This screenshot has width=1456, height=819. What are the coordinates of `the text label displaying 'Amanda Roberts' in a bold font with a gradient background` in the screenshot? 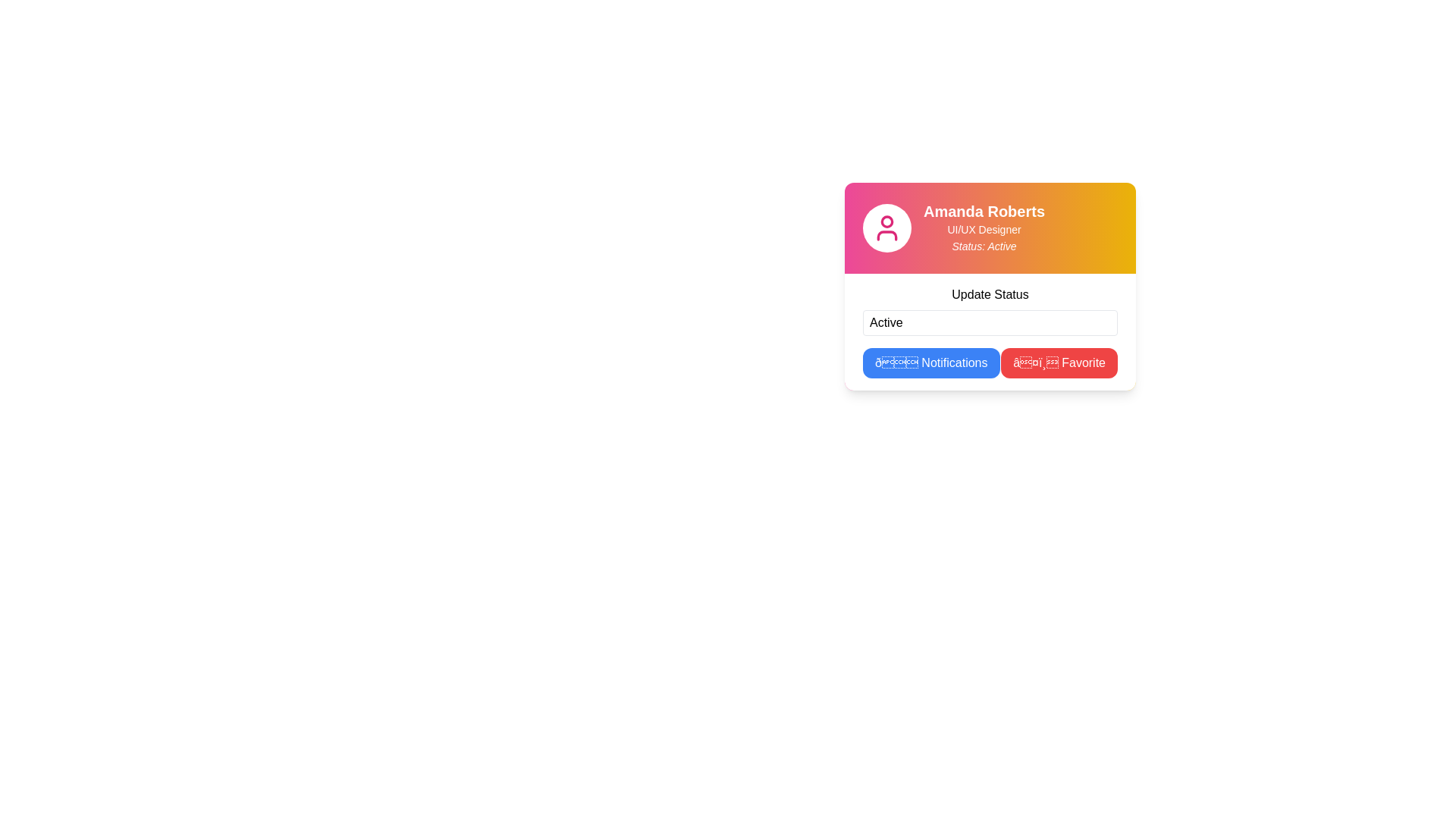 It's located at (984, 211).